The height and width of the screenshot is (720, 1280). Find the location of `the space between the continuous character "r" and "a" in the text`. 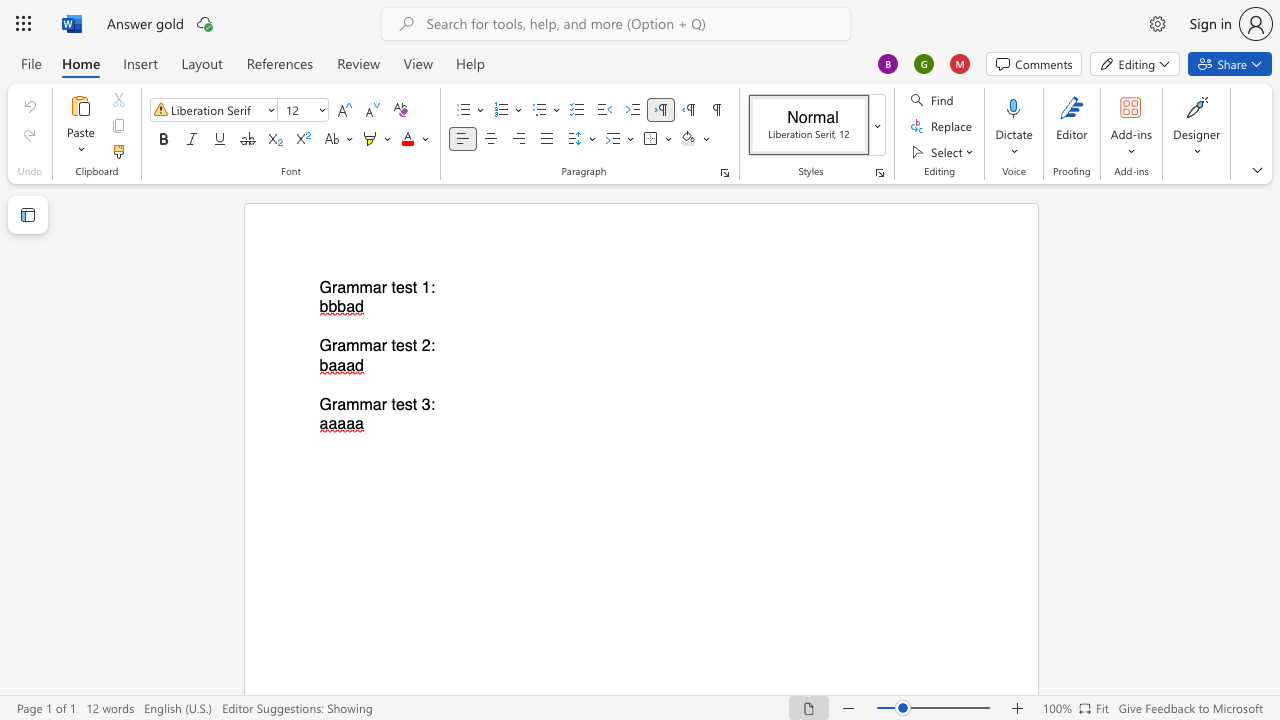

the space between the continuous character "r" and "a" in the text is located at coordinates (338, 345).